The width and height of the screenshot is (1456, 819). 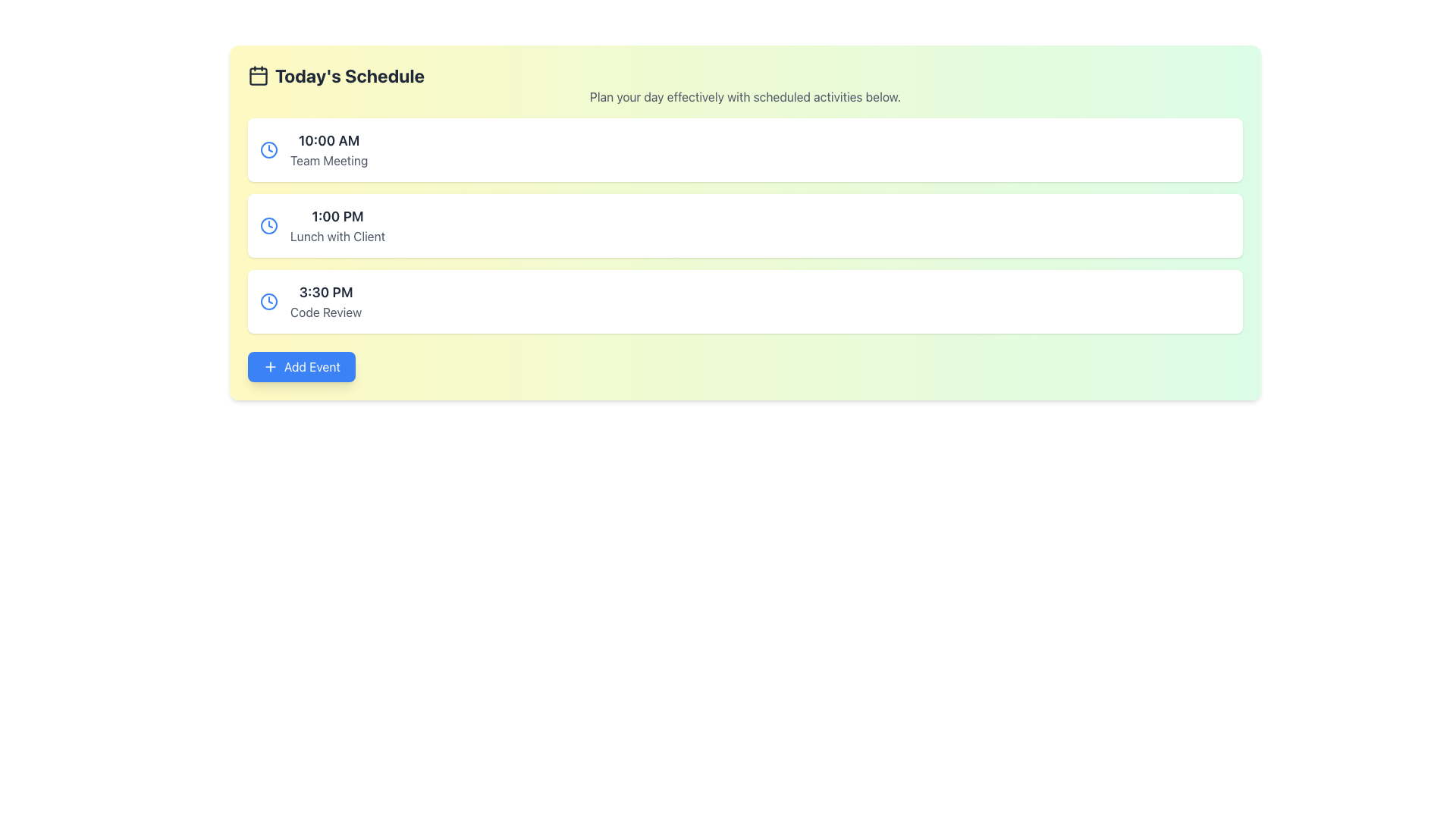 What do you see at coordinates (270, 366) in the screenshot?
I see `the 'Add Event' button located at the bottom-left of the central panel, which features an icon indicating the action of adding or creating an event` at bounding box center [270, 366].